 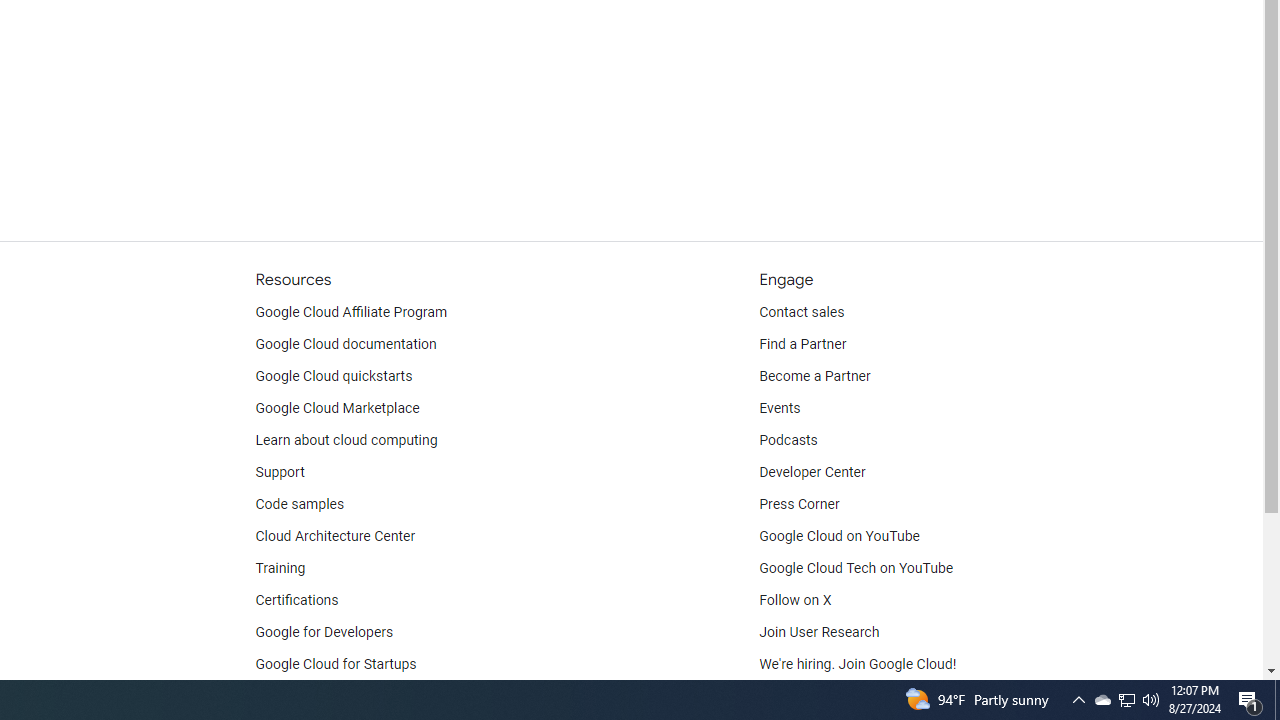 I want to click on 'Code samples', so click(x=299, y=504).